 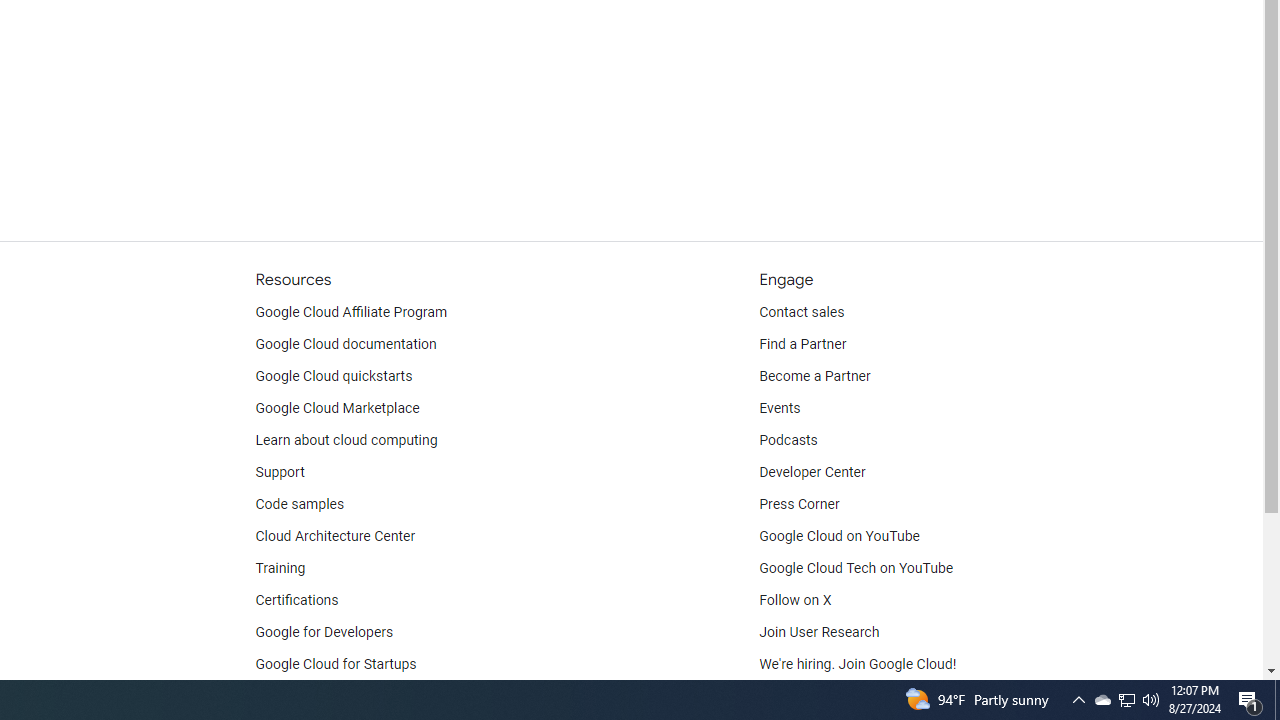 I want to click on 'Code samples', so click(x=299, y=504).